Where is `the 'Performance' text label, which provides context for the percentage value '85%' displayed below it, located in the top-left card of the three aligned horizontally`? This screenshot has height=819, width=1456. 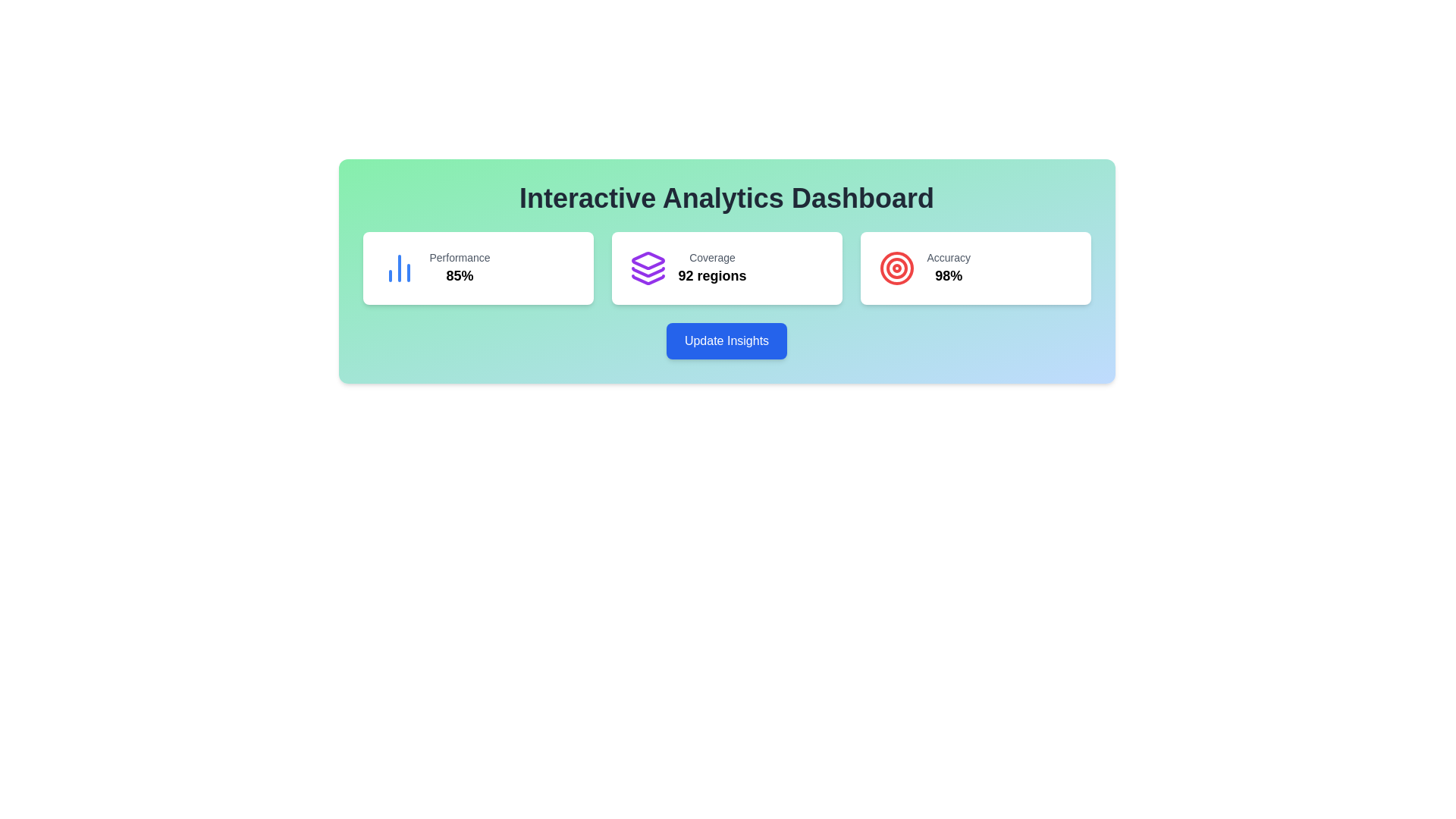
the 'Performance' text label, which provides context for the percentage value '85%' displayed below it, located in the top-left card of the three aligned horizontally is located at coordinates (459, 256).